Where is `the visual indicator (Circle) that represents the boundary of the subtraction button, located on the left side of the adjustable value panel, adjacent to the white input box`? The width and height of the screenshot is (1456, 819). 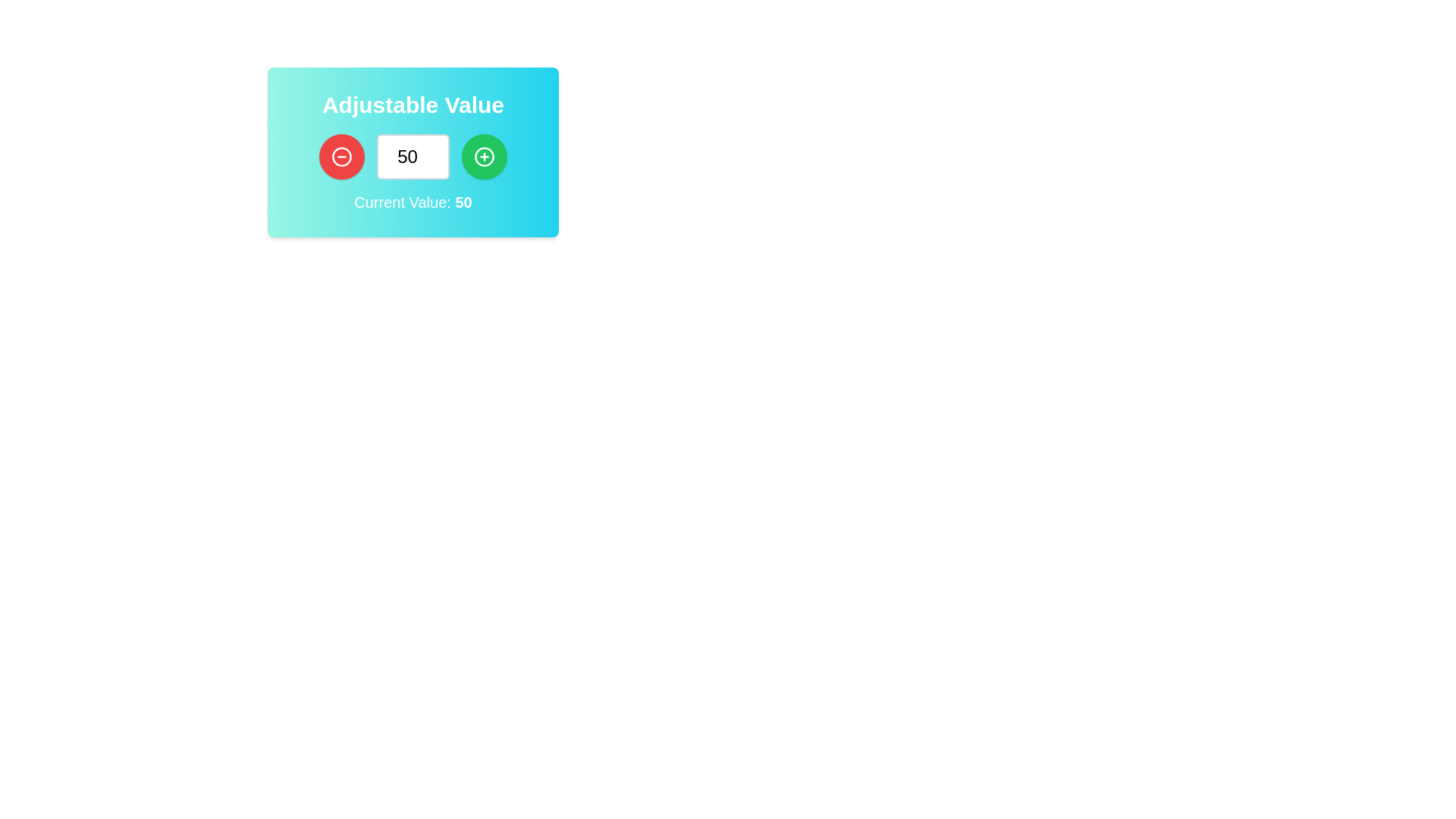
the visual indicator (Circle) that represents the boundary of the subtraction button, located on the left side of the adjustable value panel, adjacent to the white input box is located at coordinates (341, 157).